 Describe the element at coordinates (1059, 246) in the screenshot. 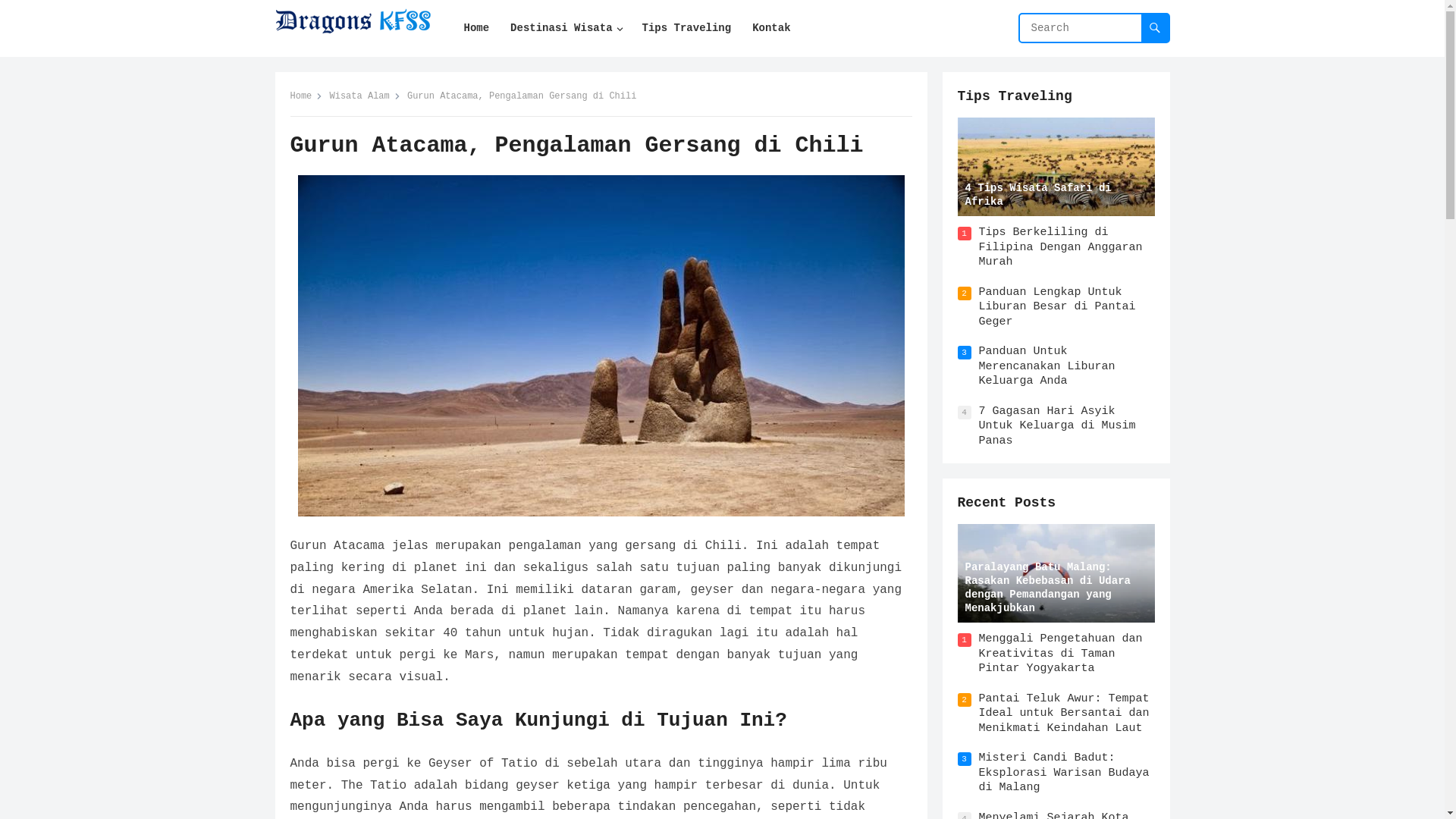

I see `'Tips Berkeliling di Filipina Dengan Anggaran Murah'` at that location.